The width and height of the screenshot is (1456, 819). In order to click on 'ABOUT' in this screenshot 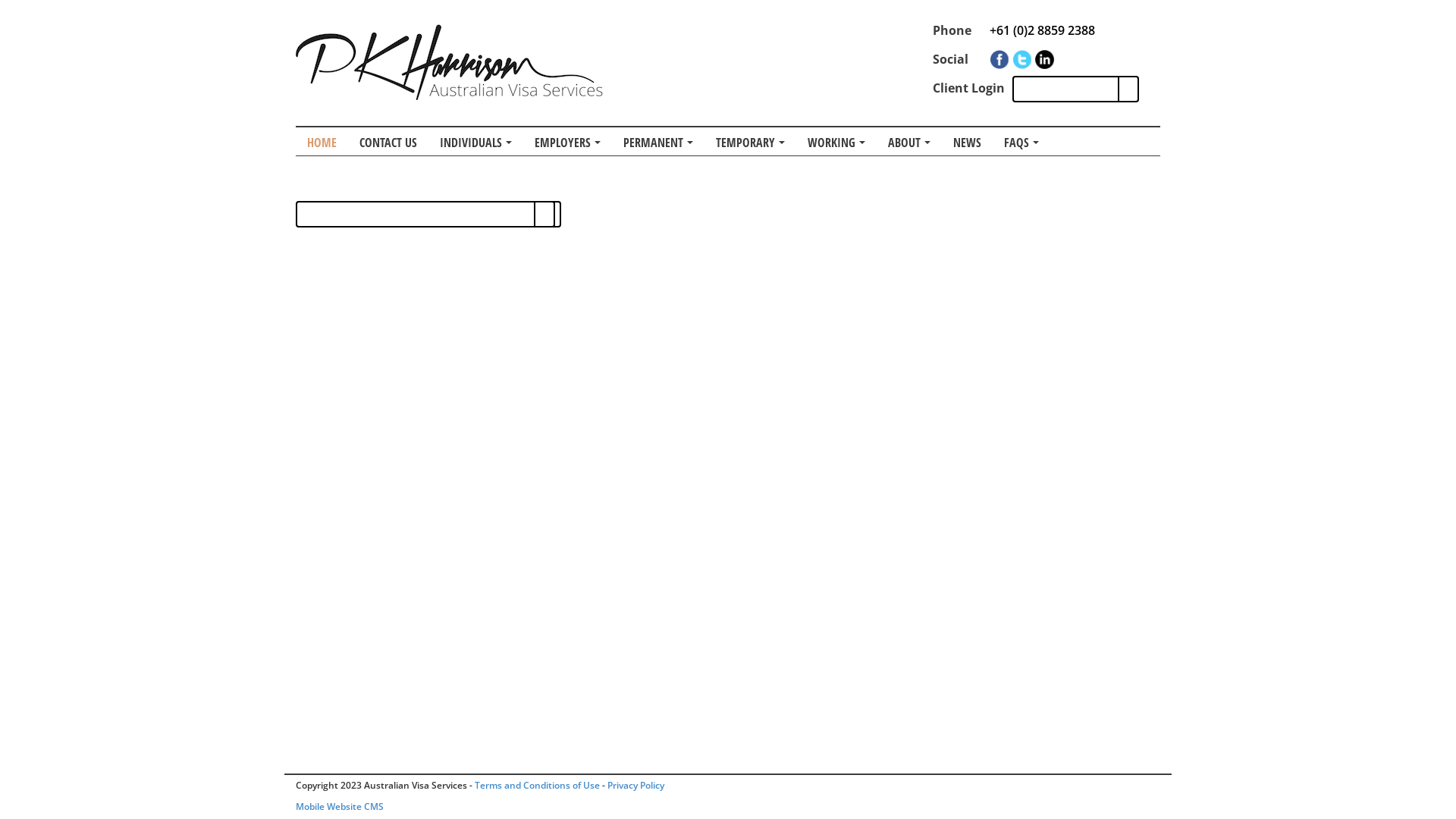, I will do `click(909, 141)`.